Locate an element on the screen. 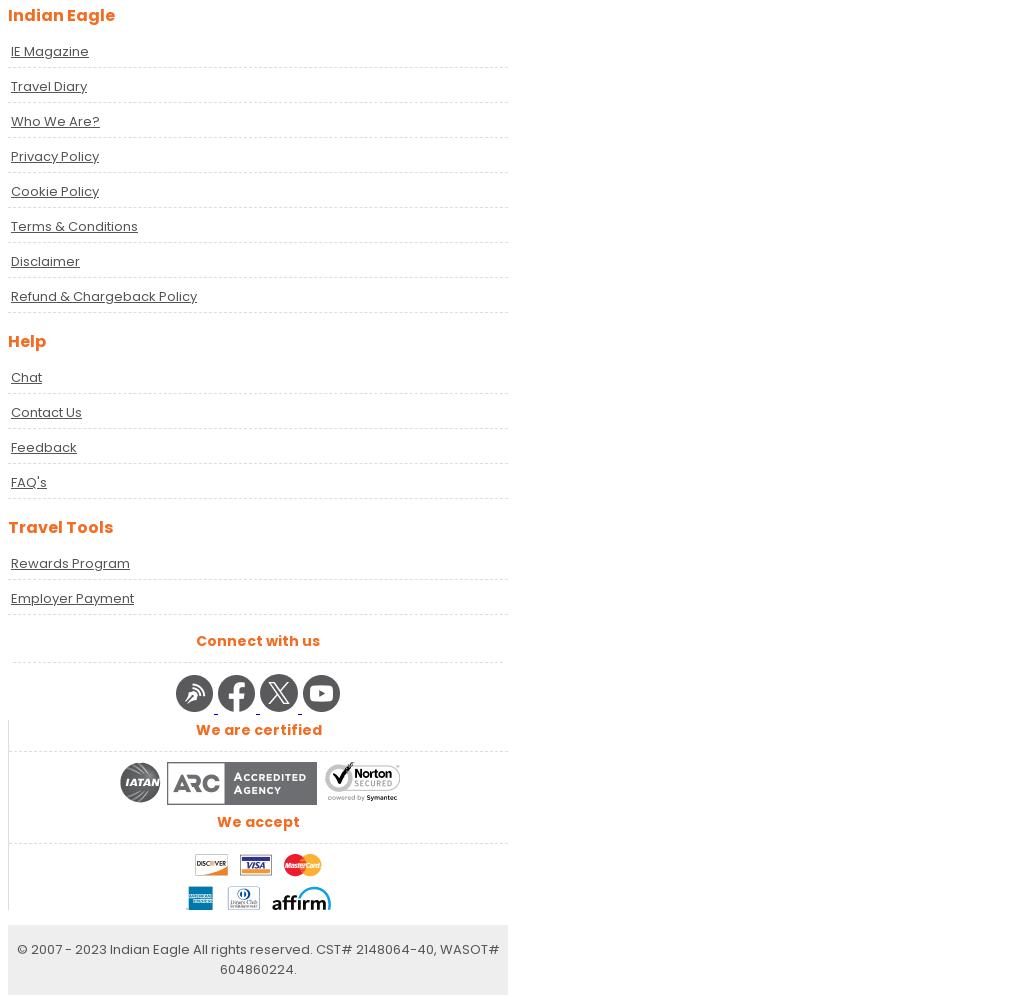 Image resolution: width=1018 pixels, height=998 pixels. 'Privacy Policy' is located at coordinates (54, 154).